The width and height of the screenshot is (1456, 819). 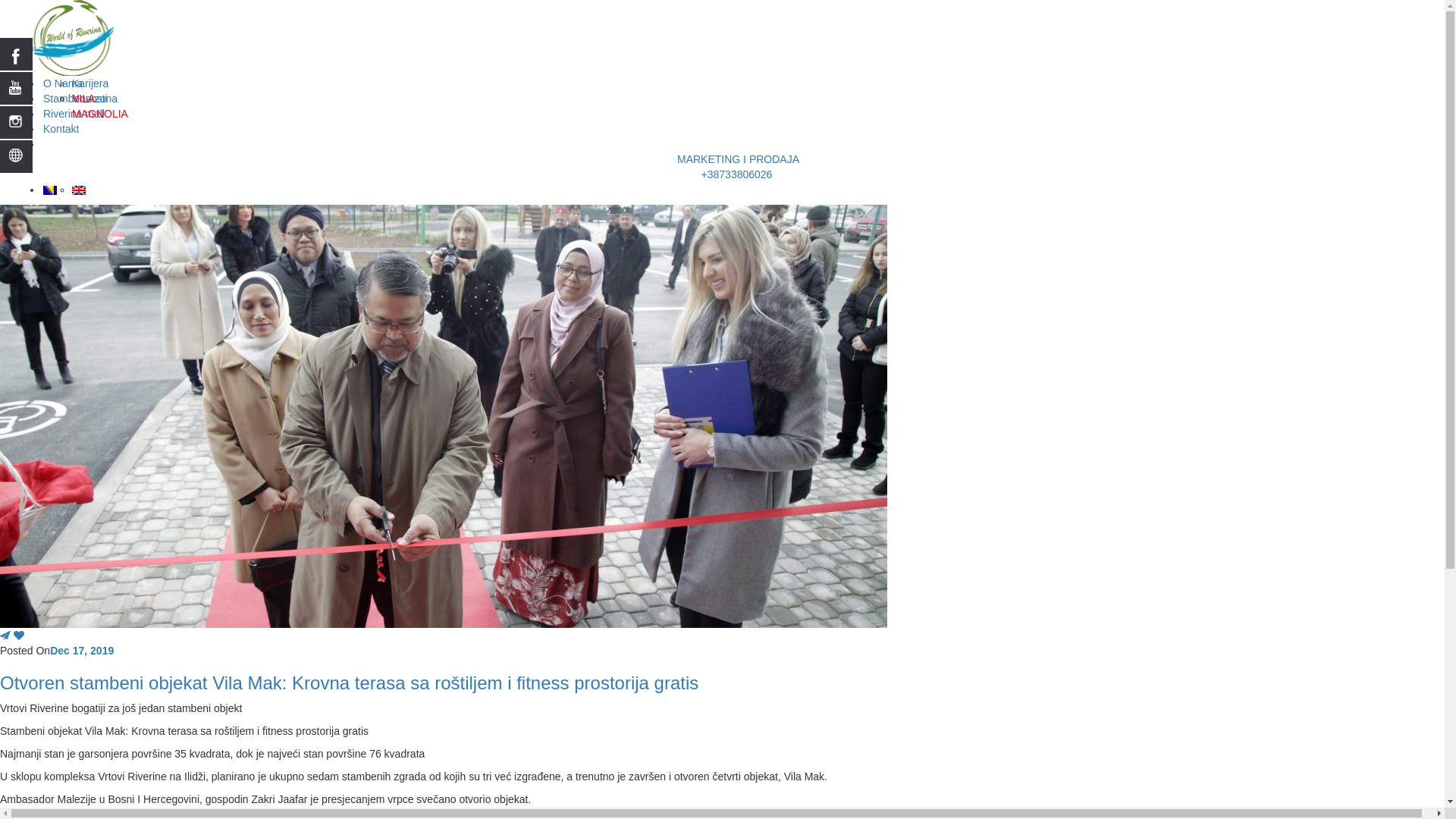 What do you see at coordinates (73, 113) in the screenshot?
I see `'Riverina mall'` at bounding box center [73, 113].